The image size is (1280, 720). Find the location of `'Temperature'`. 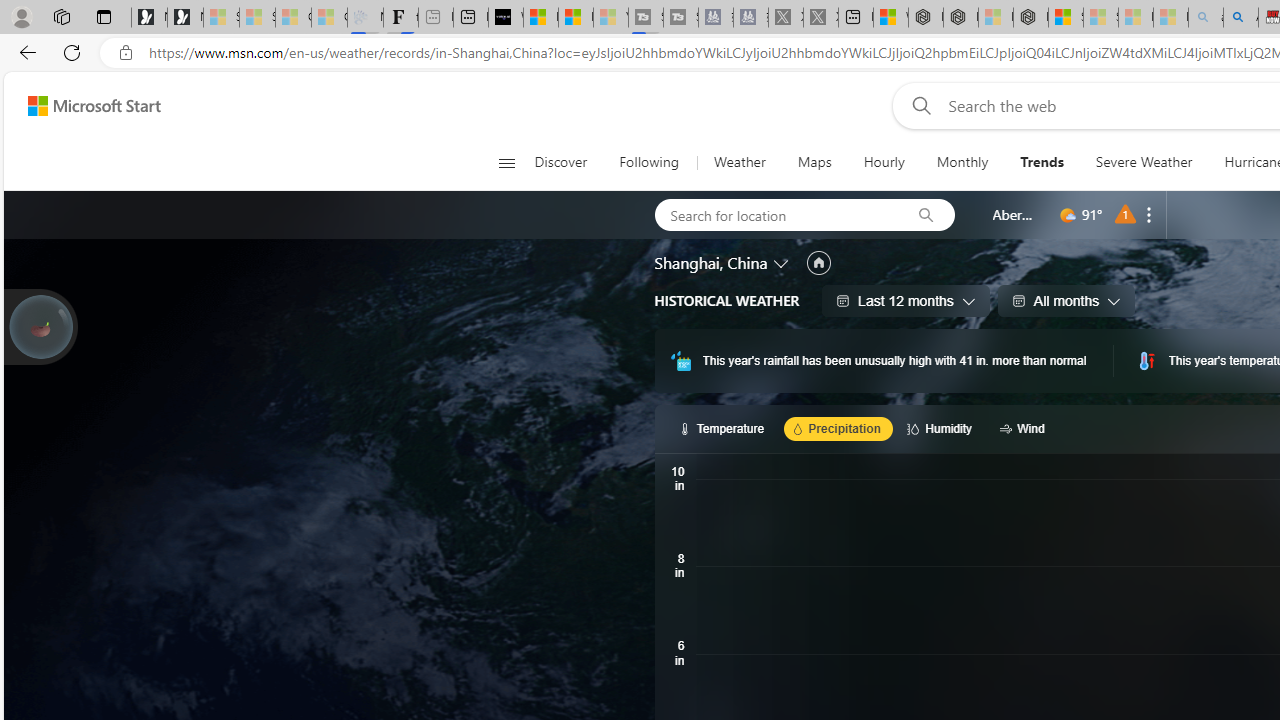

'Temperature' is located at coordinates (723, 427).